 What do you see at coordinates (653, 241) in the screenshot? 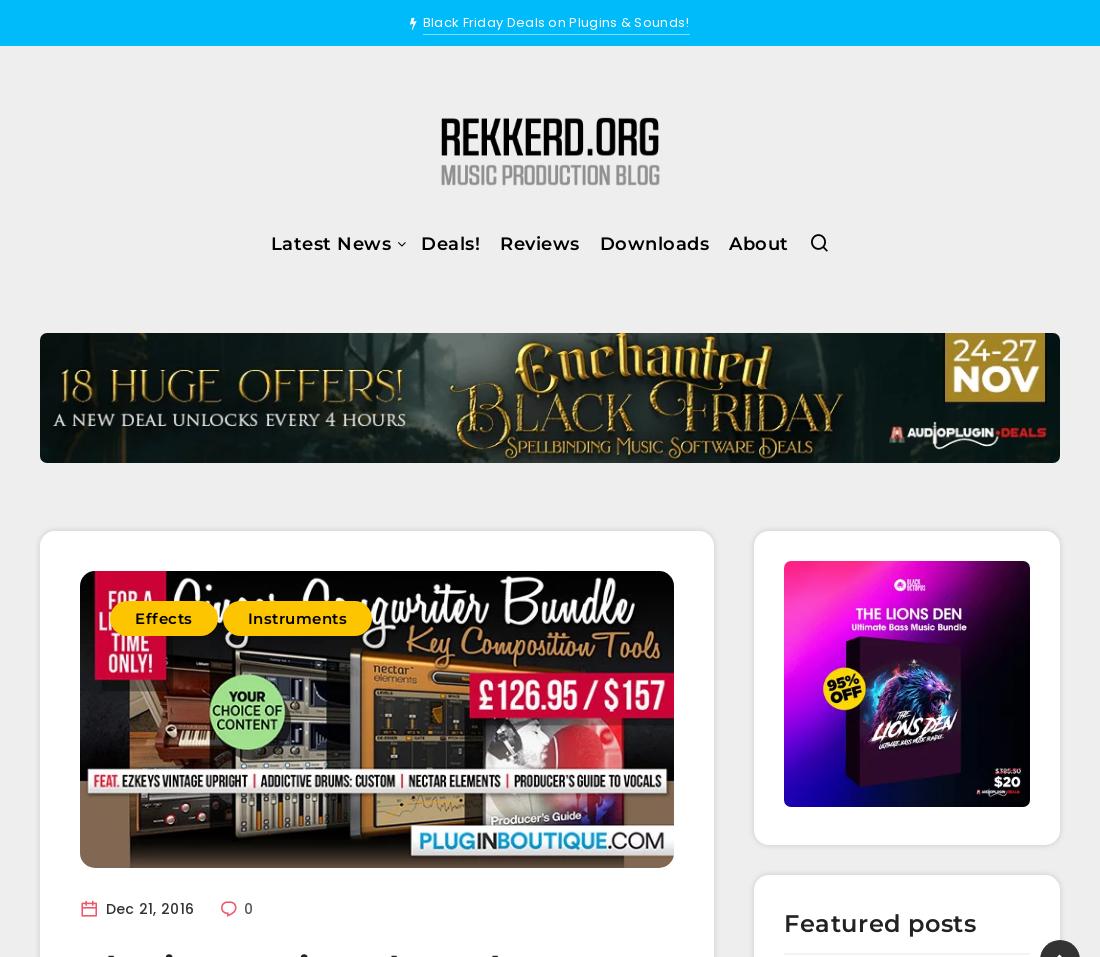
I see `'Downloads'` at bounding box center [653, 241].